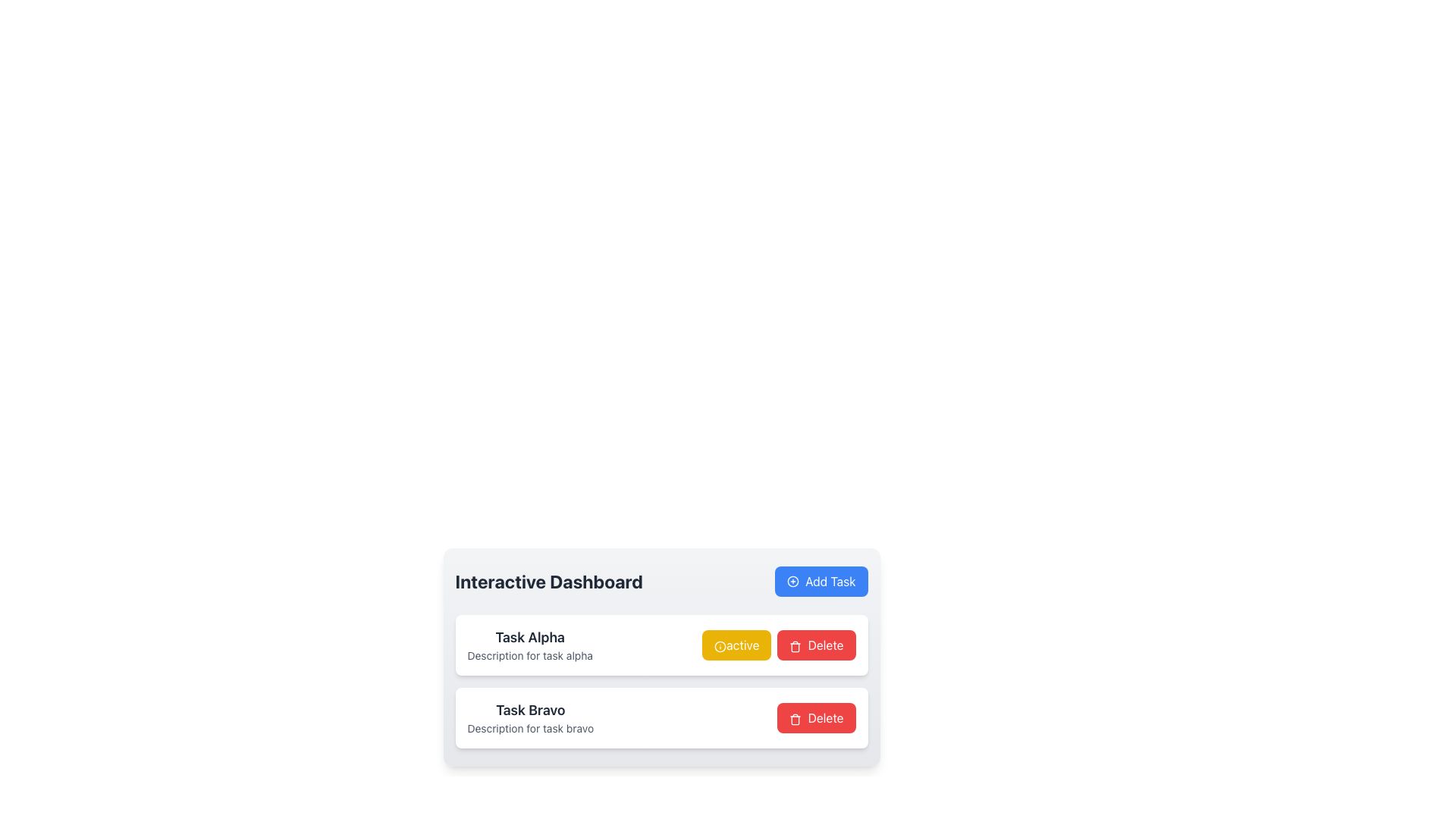 The image size is (1456, 819). Describe the element at coordinates (720, 646) in the screenshot. I see `the icon located to the left of the 'active' label in the yellow button area of the 'Task Alpha' entry, which visually indicates the status of the task` at that location.